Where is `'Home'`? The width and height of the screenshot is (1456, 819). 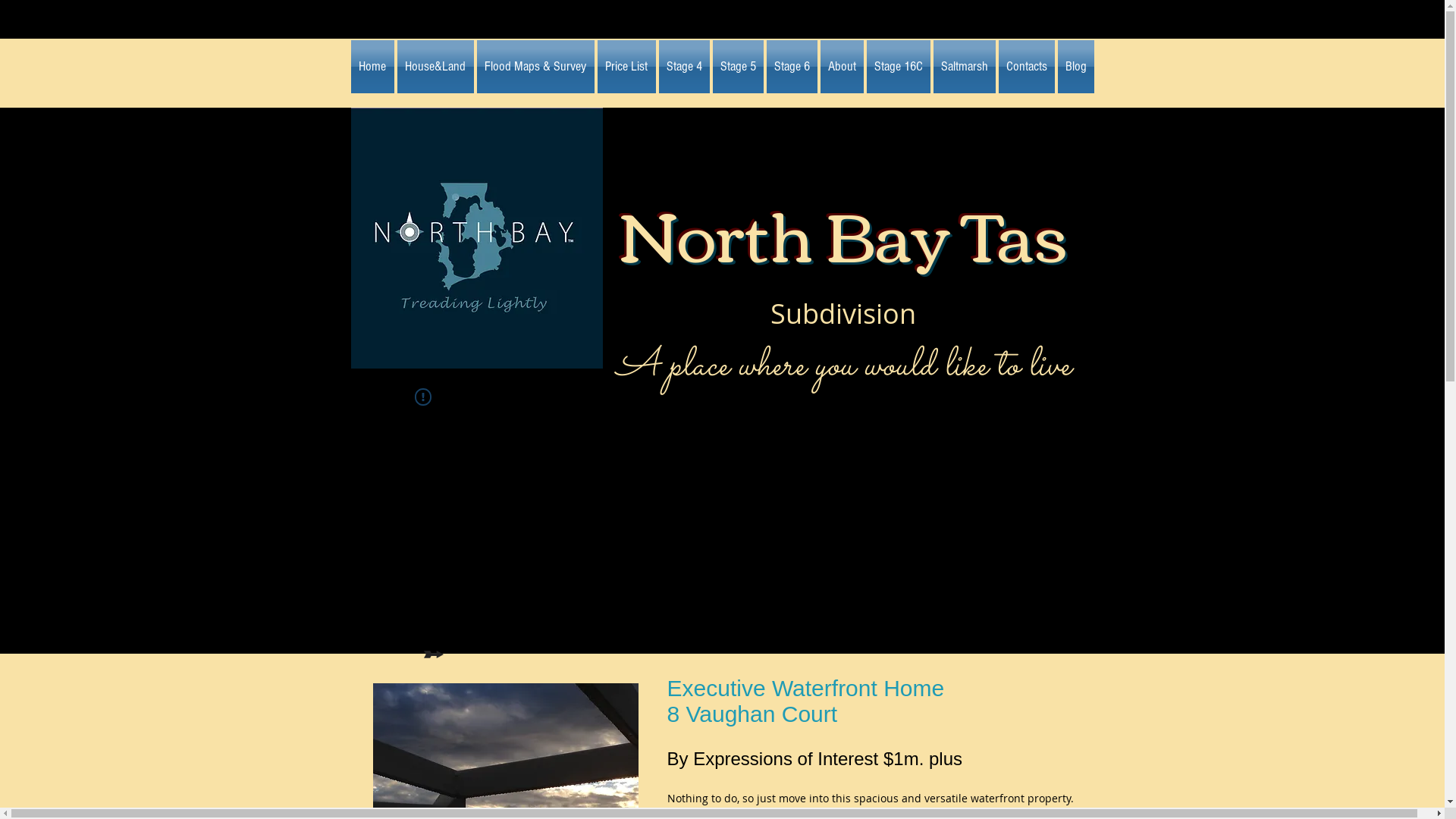
'Home' is located at coordinates (372, 66).